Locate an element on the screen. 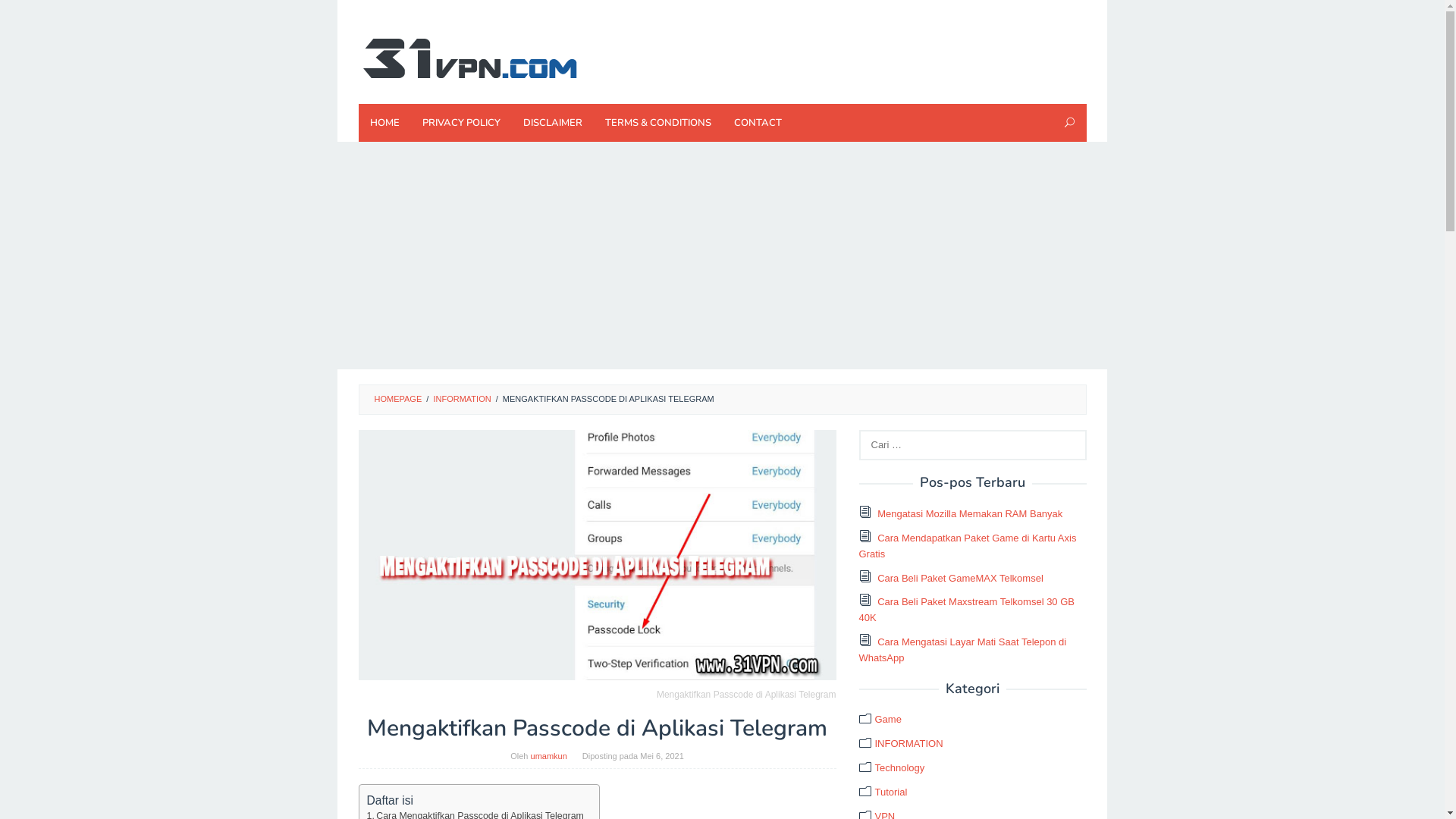  'PRIVACY POLICY' is located at coordinates (460, 122).